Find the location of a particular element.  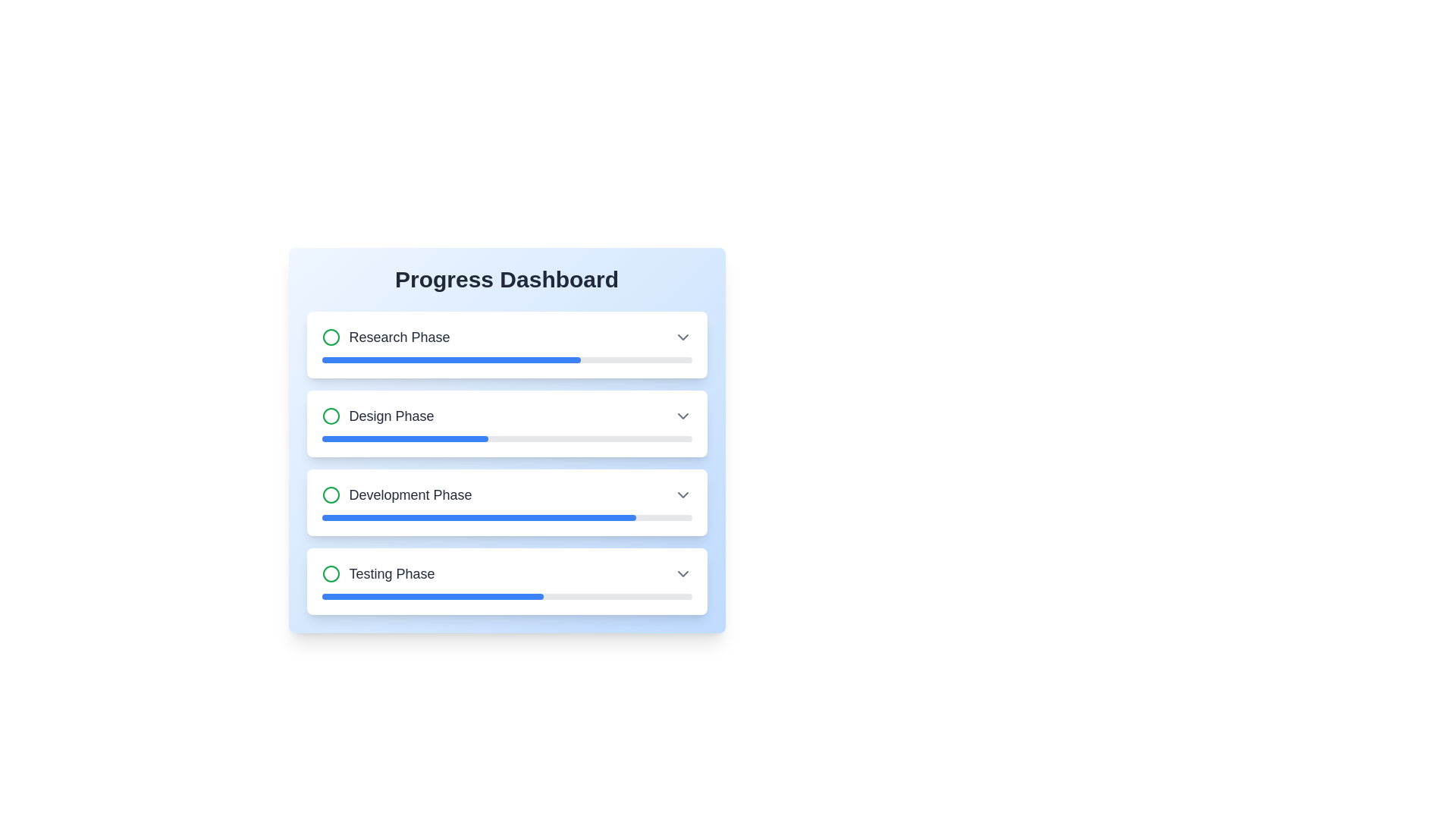

the Dropdown trigger icon (chevron) for the 'Design Phase' section to change its appearance is located at coordinates (682, 416).